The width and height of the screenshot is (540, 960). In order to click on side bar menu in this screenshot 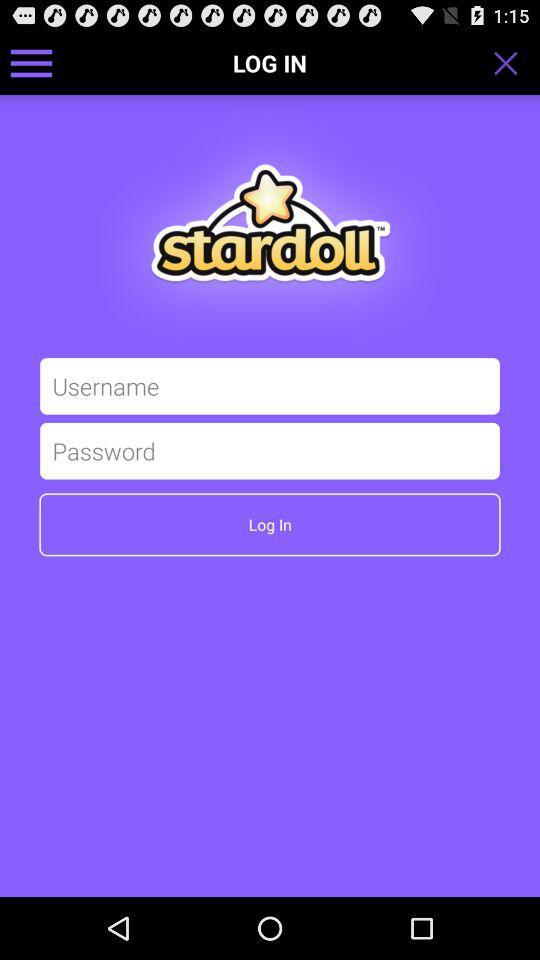, I will do `click(30, 62)`.